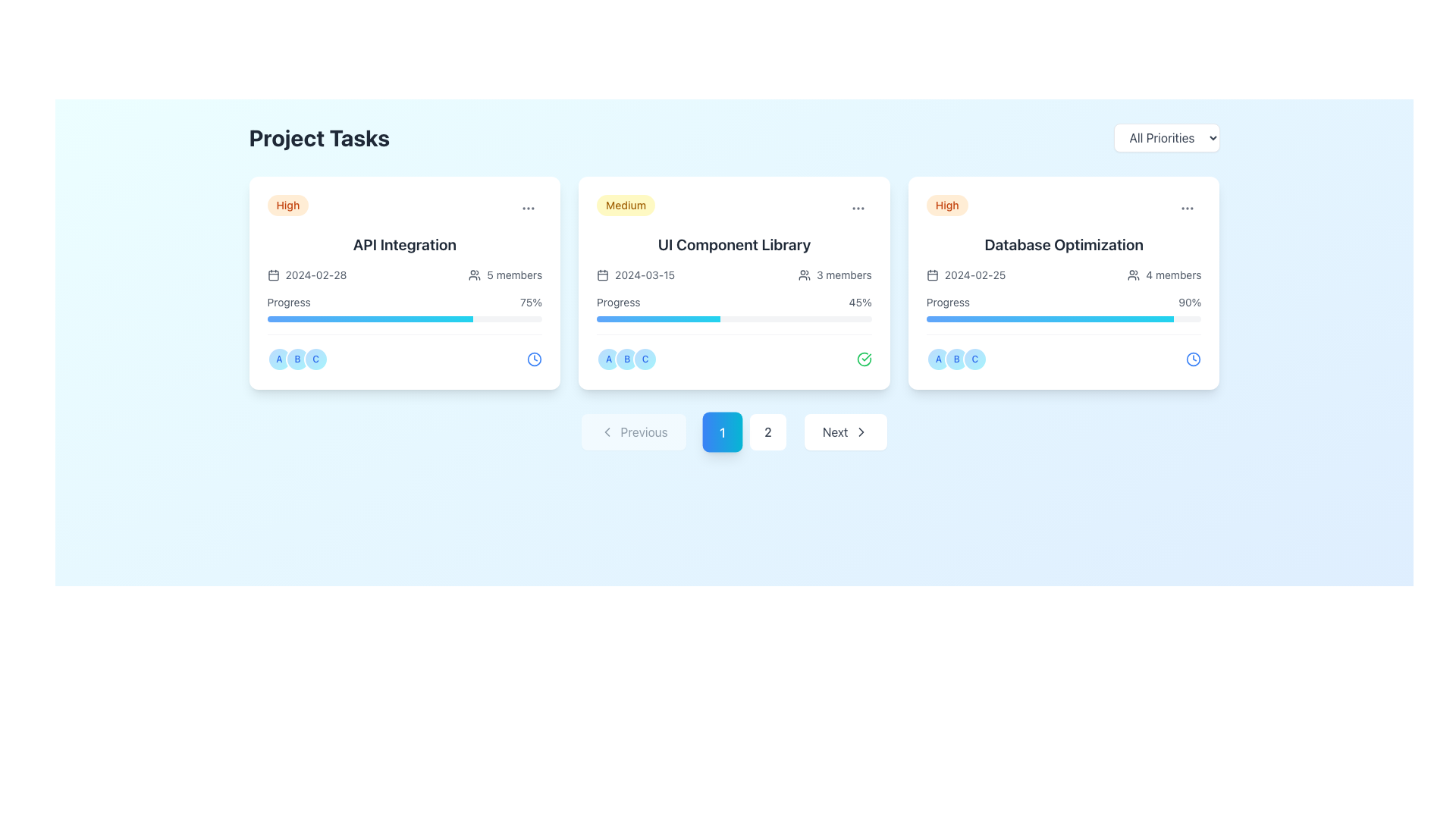 This screenshot has width=1456, height=819. What do you see at coordinates (937, 359) in the screenshot?
I see `the first circular badge labeled 'A' for selection or navigation in the 'Database Optimization' task card` at bounding box center [937, 359].